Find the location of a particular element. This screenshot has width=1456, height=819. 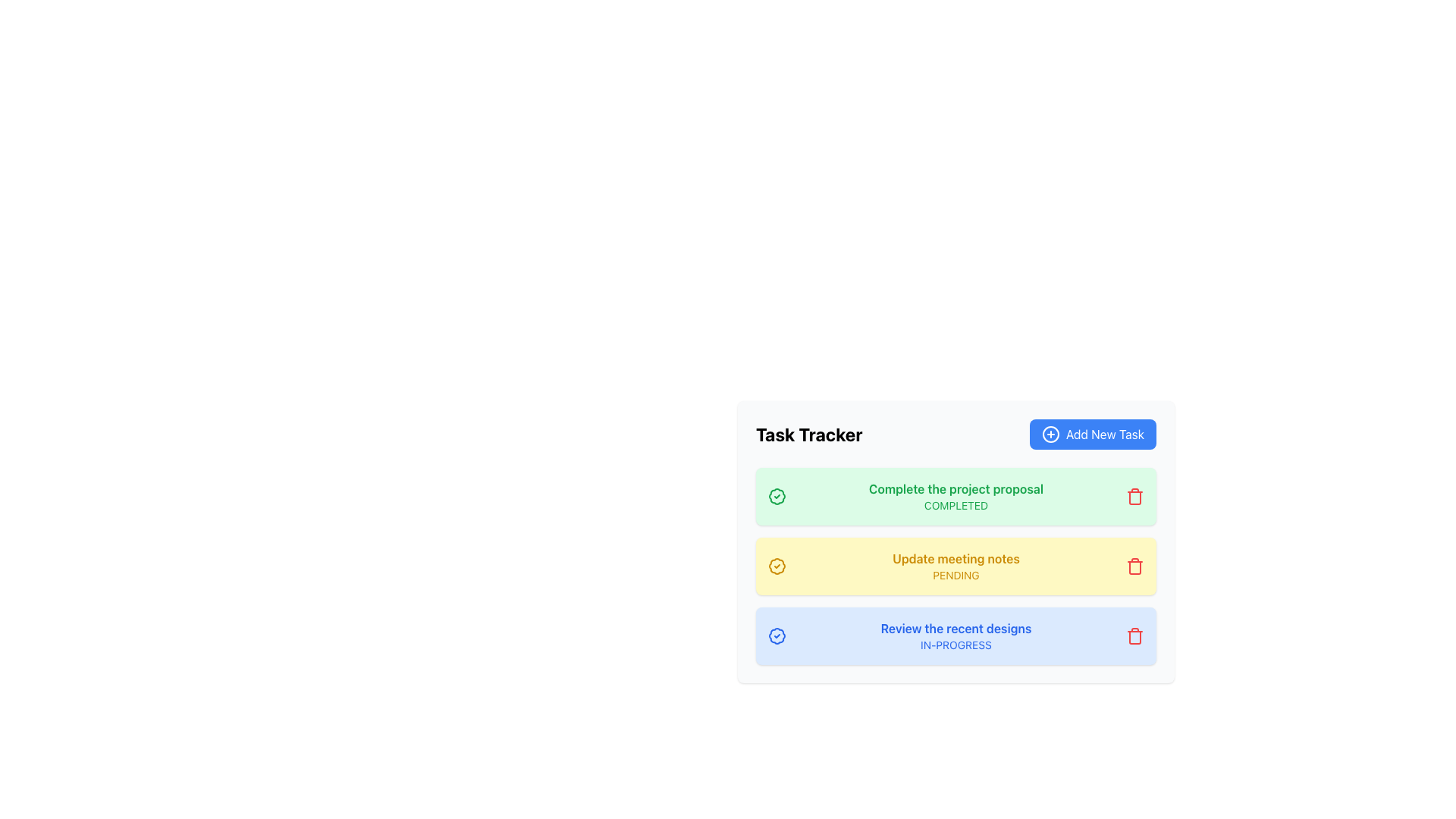

the SVG shape icon located on the left-hand side of the third row of the task entry that signifies the status of the task 'Review the recent designs' is located at coordinates (777, 636).